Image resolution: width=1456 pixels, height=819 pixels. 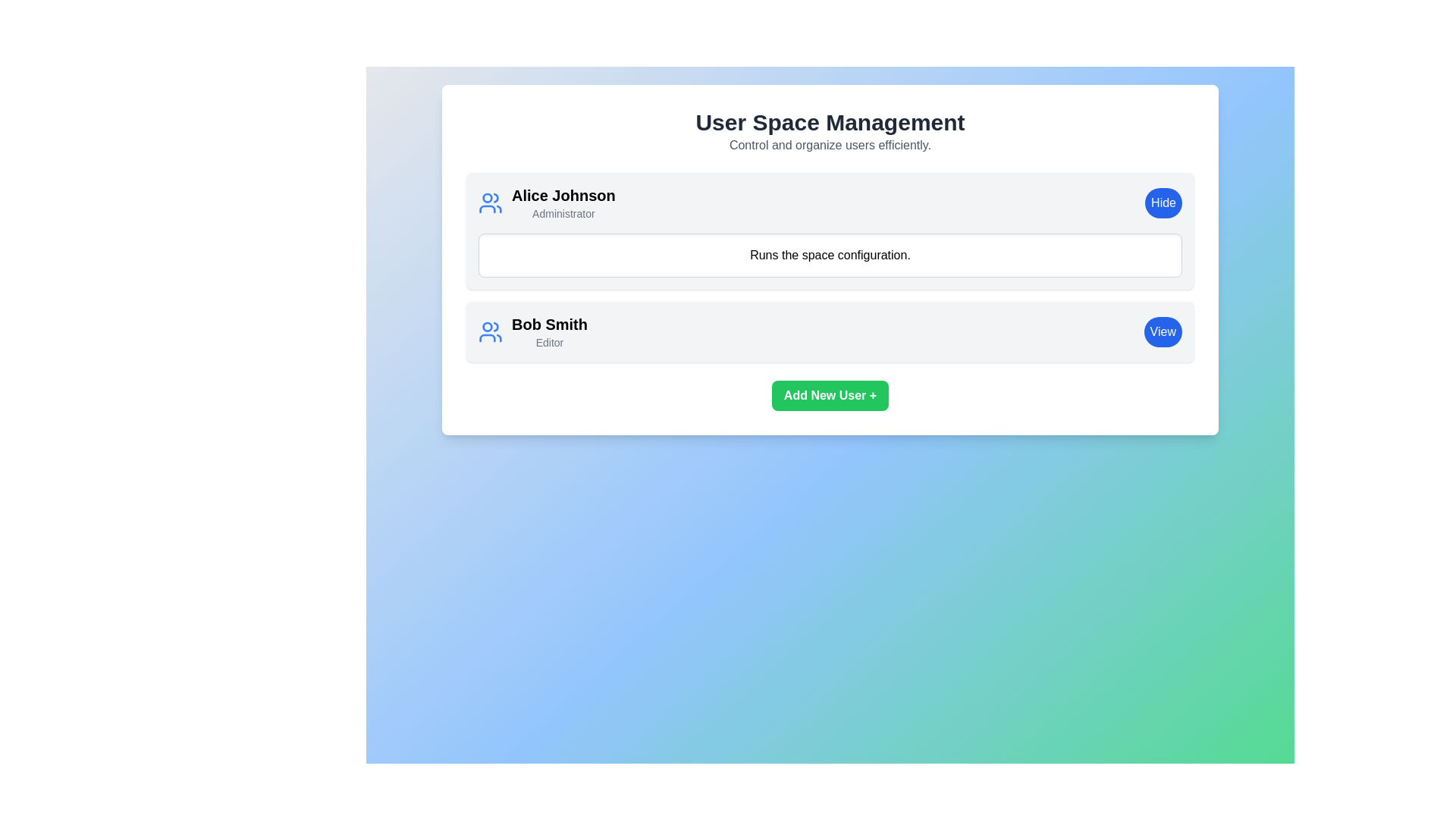 What do you see at coordinates (546, 202) in the screenshot?
I see `the User Profile Summary element, which displays the user's name and role, located in the top-left quadrant of the user list, specifically the first profile entry` at bounding box center [546, 202].